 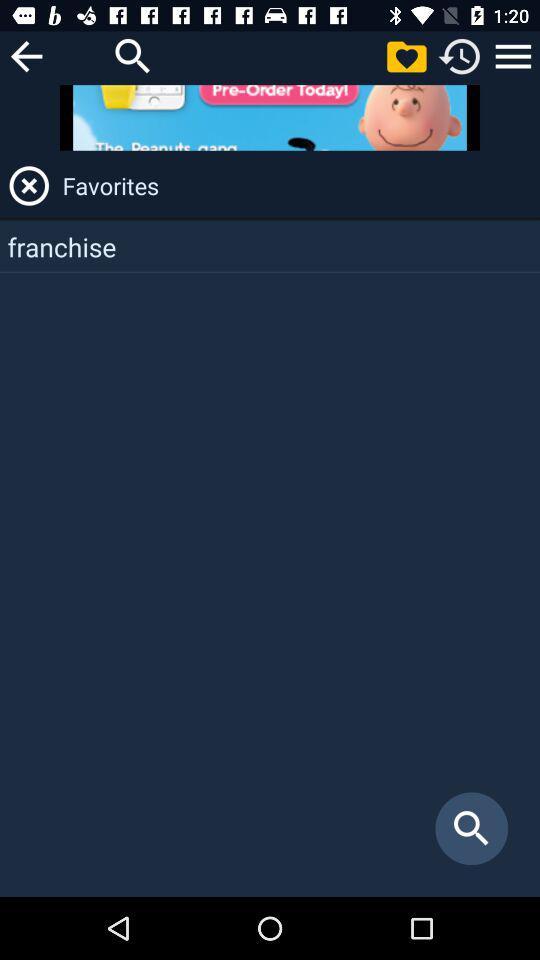 I want to click on the history icon, so click(x=460, y=55).